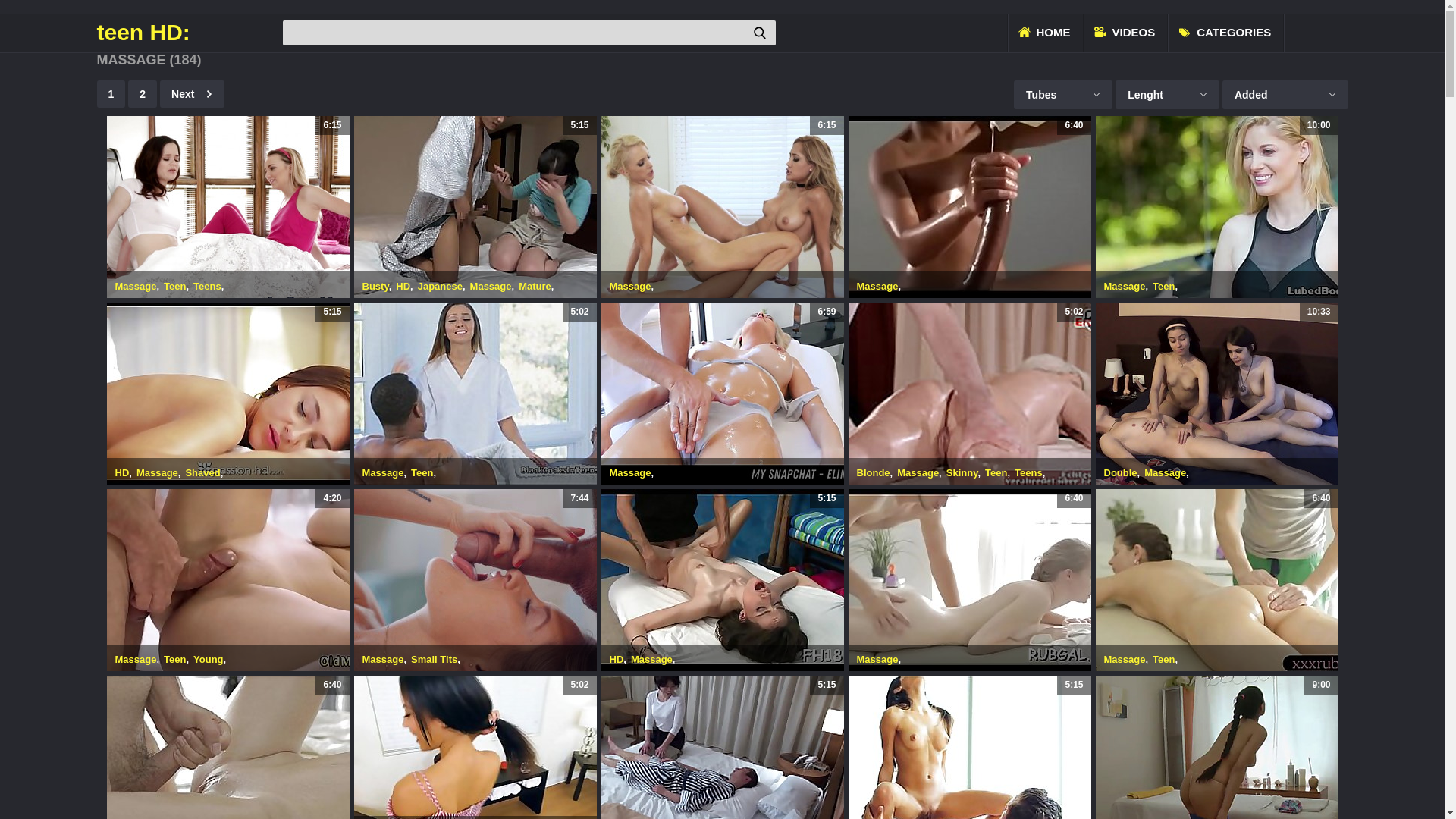  I want to click on 'teen HD:', so click(187, 32).